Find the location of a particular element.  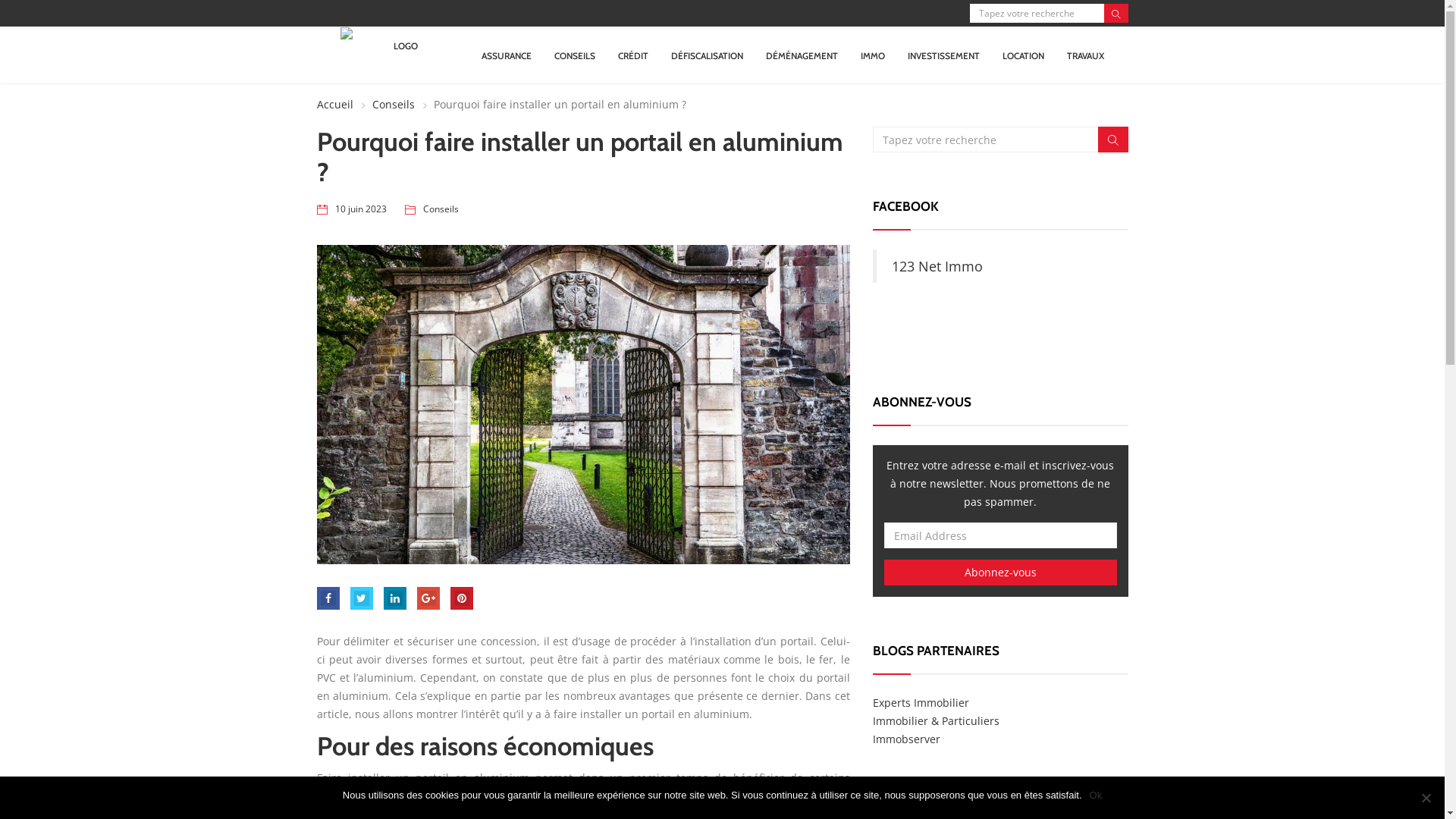

'Accueil' is located at coordinates (334, 104).